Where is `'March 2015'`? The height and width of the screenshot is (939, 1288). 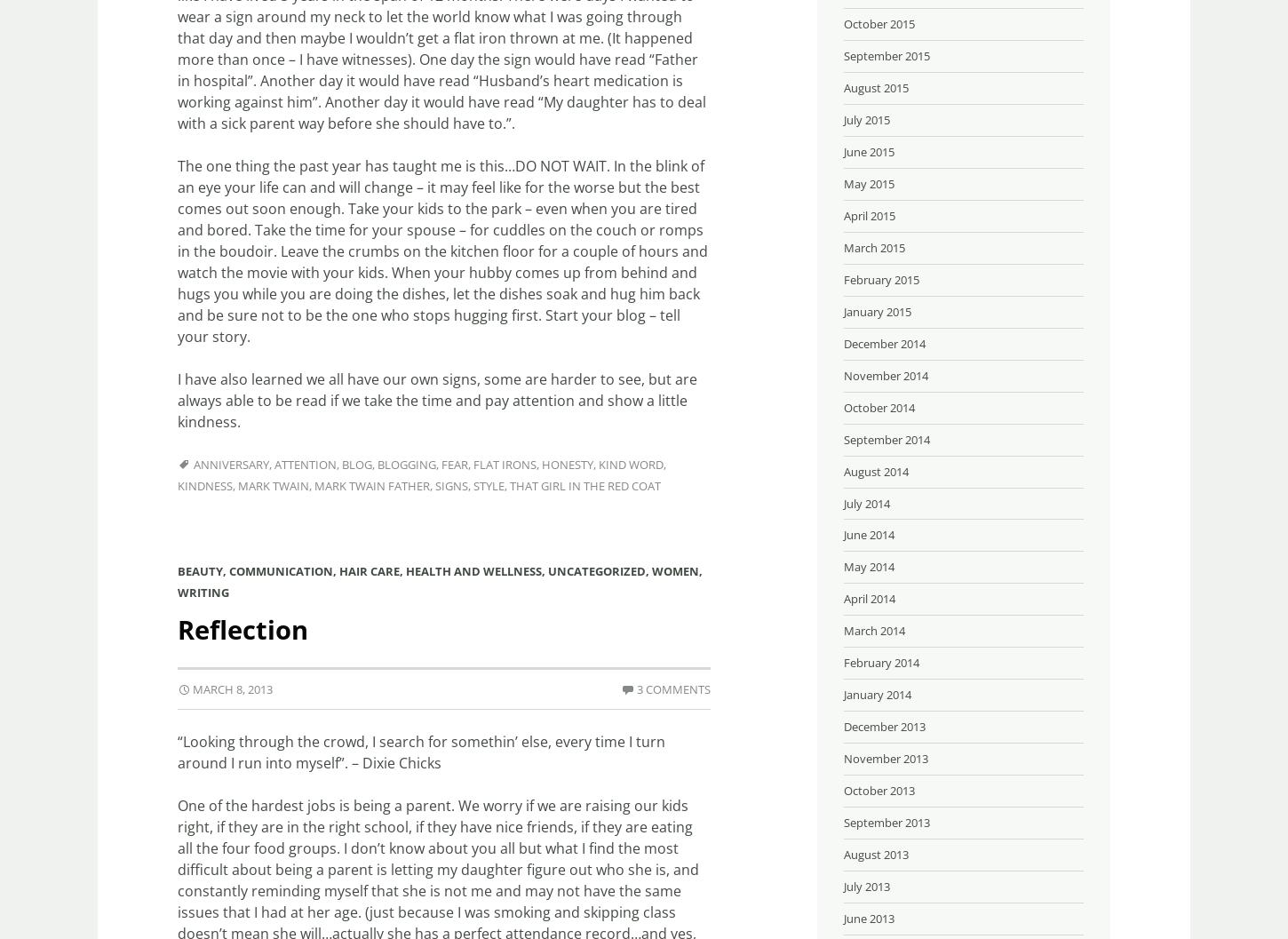
'March 2015' is located at coordinates (874, 245).